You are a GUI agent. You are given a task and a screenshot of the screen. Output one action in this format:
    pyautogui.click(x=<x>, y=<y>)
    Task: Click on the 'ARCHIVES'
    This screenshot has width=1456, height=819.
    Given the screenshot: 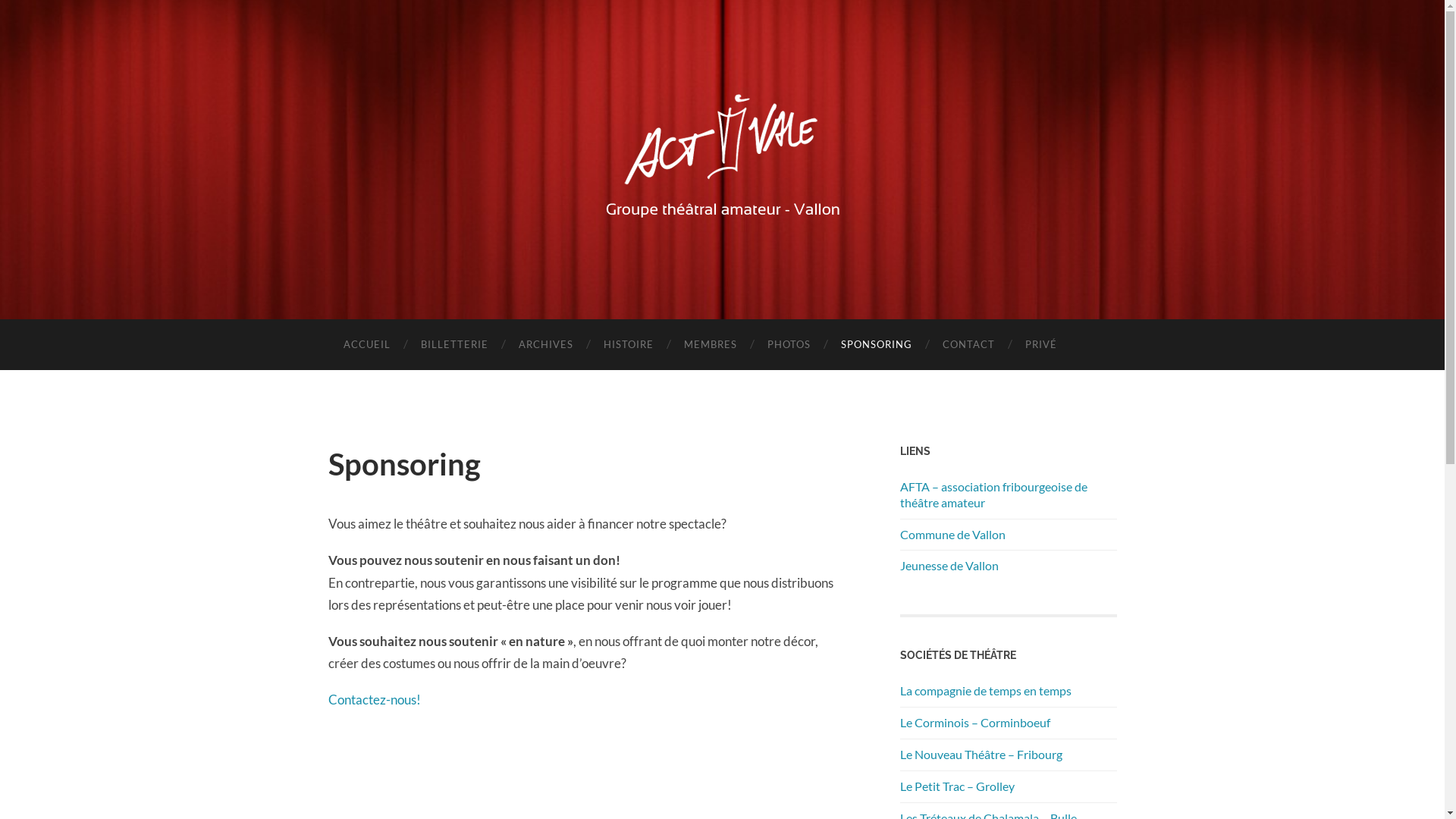 What is the action you would take?
    pyautogui.click(x=546, y=344)
    